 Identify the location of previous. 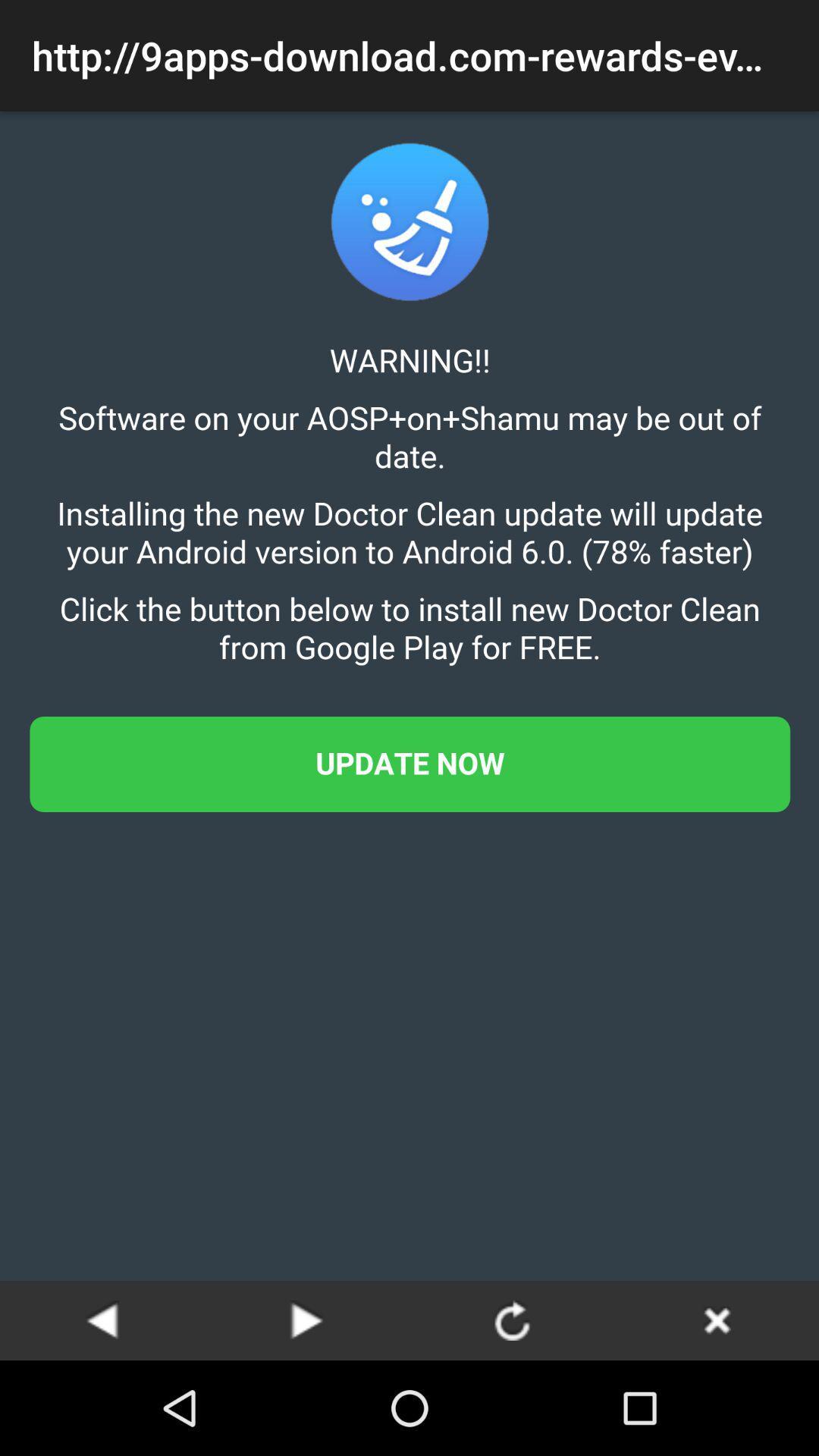
(102, 1319).